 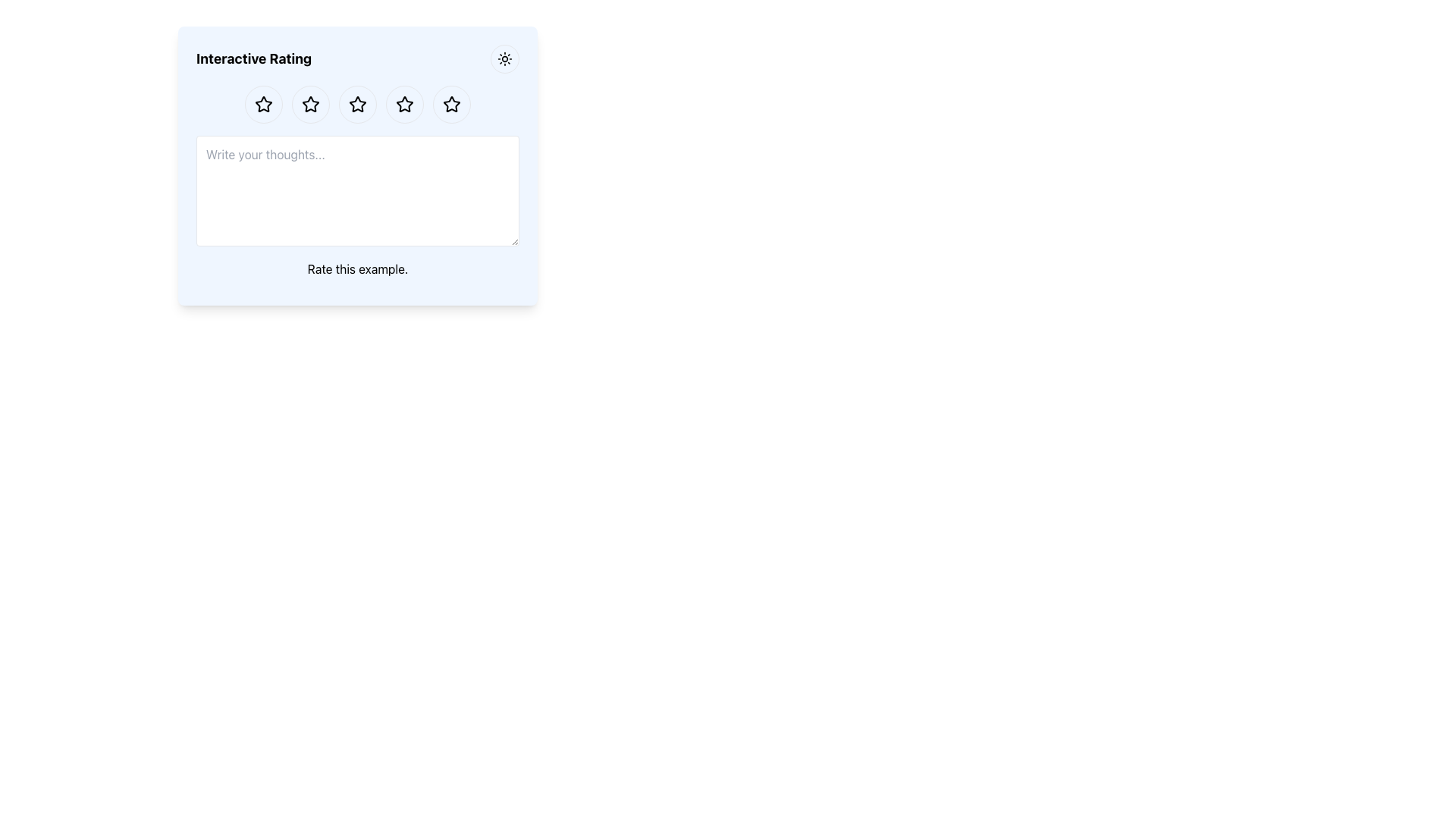 I want to click on the third star from the left in the interactive rating system to rate, so click(x=404, y=104).